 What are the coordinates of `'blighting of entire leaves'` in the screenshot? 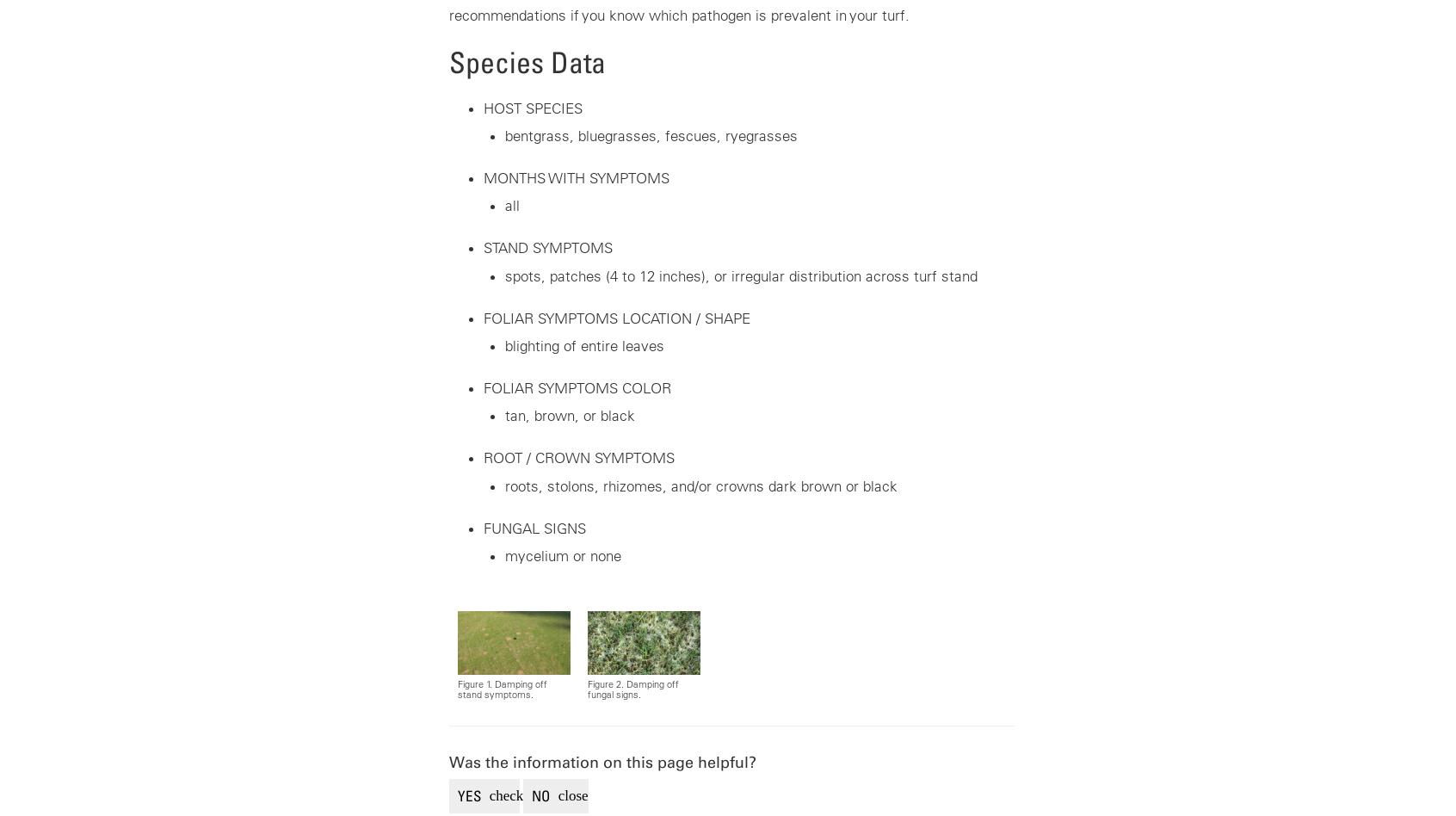 It's located at (583, 344).